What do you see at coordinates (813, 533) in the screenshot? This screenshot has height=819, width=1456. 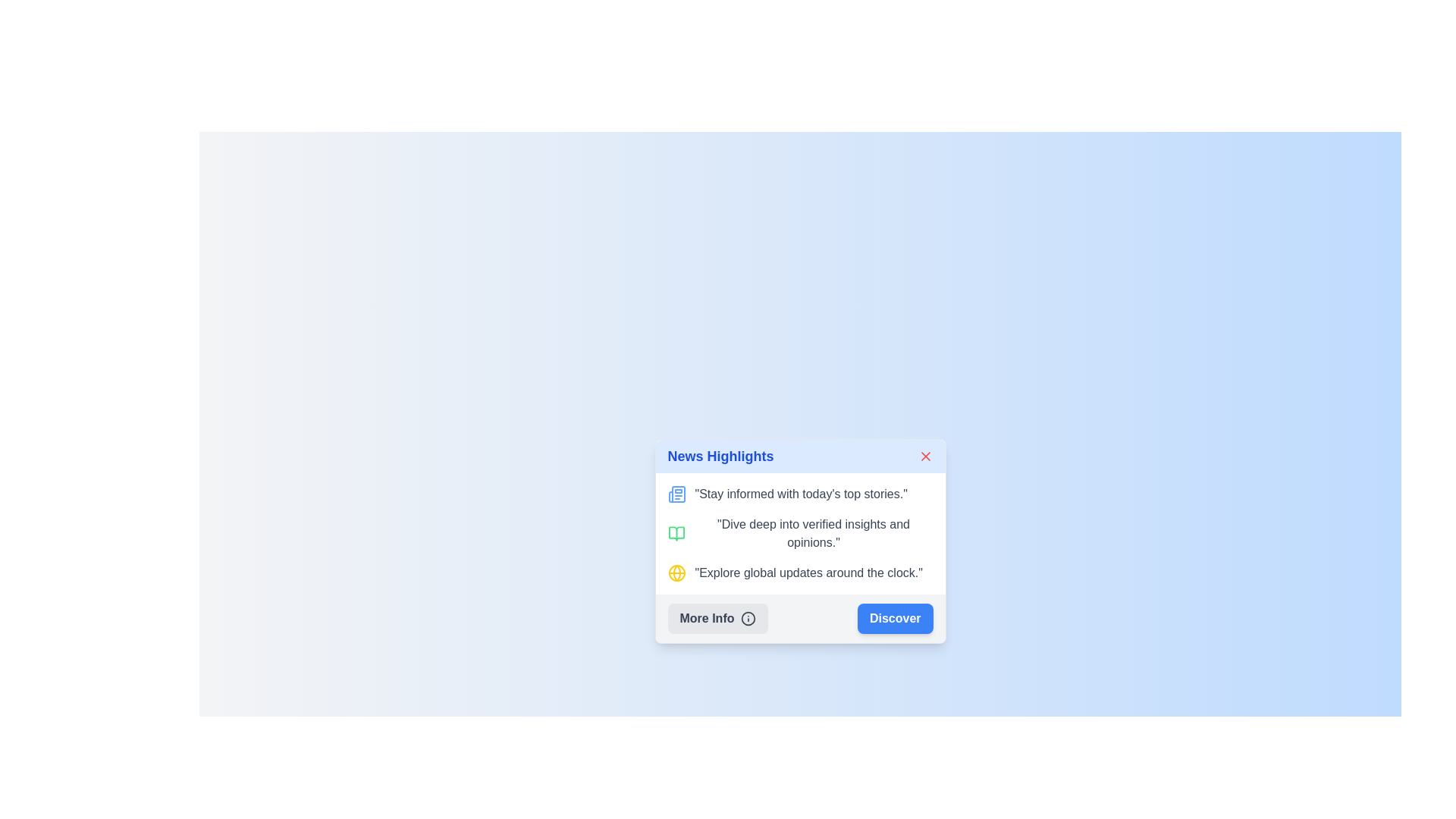 I see `the second static text entry in the 'News Highlights' card that provides information about verified insights and opinions` at bounding box center [813, 533].